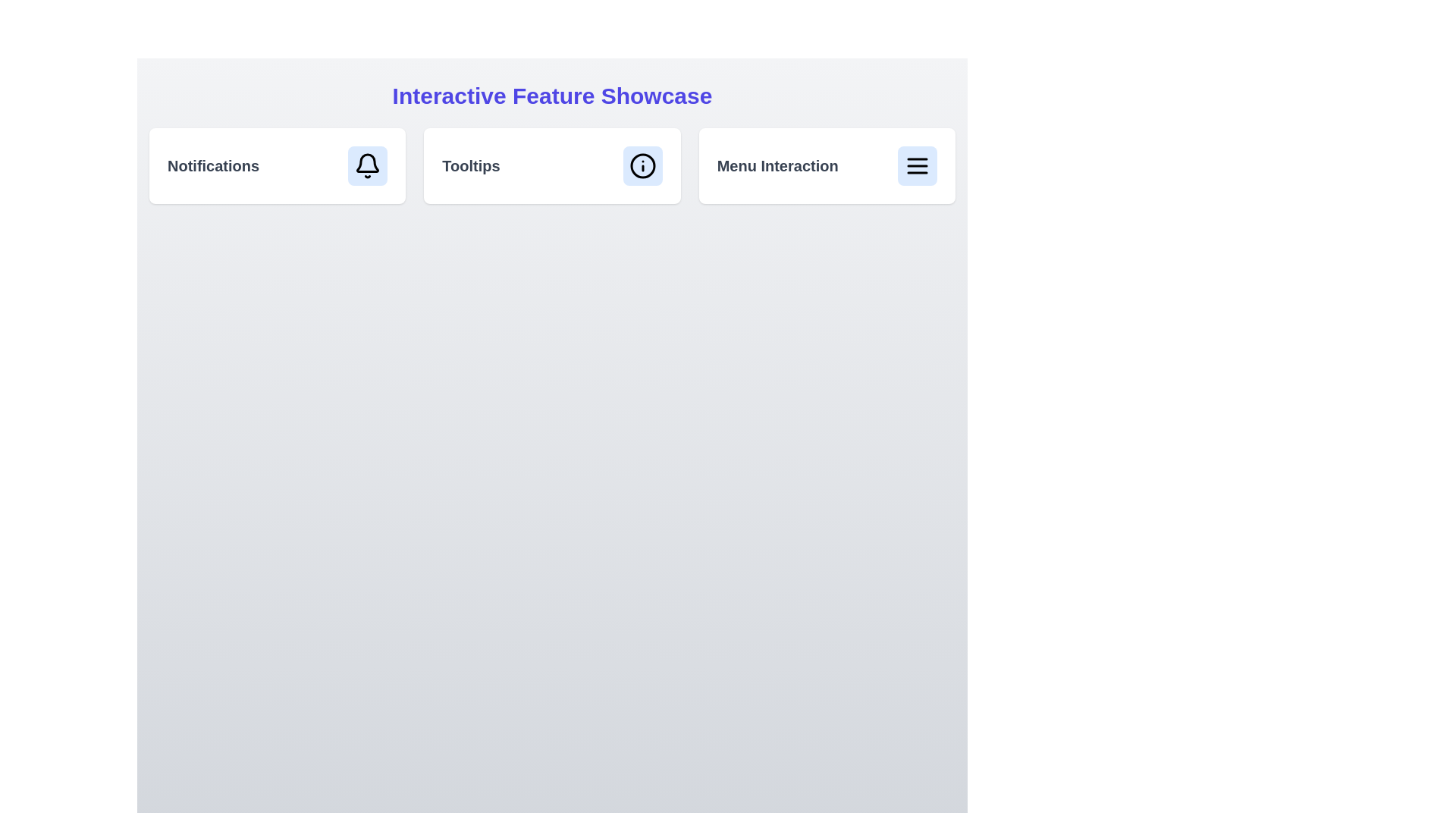  Describe the element at coordinates (642, 166) in the screenshot. I see `the information icon, which is a dark circle with a lowercase 'i' inside, located at the center of the second segment labeled 'Tooltips'` at that location.